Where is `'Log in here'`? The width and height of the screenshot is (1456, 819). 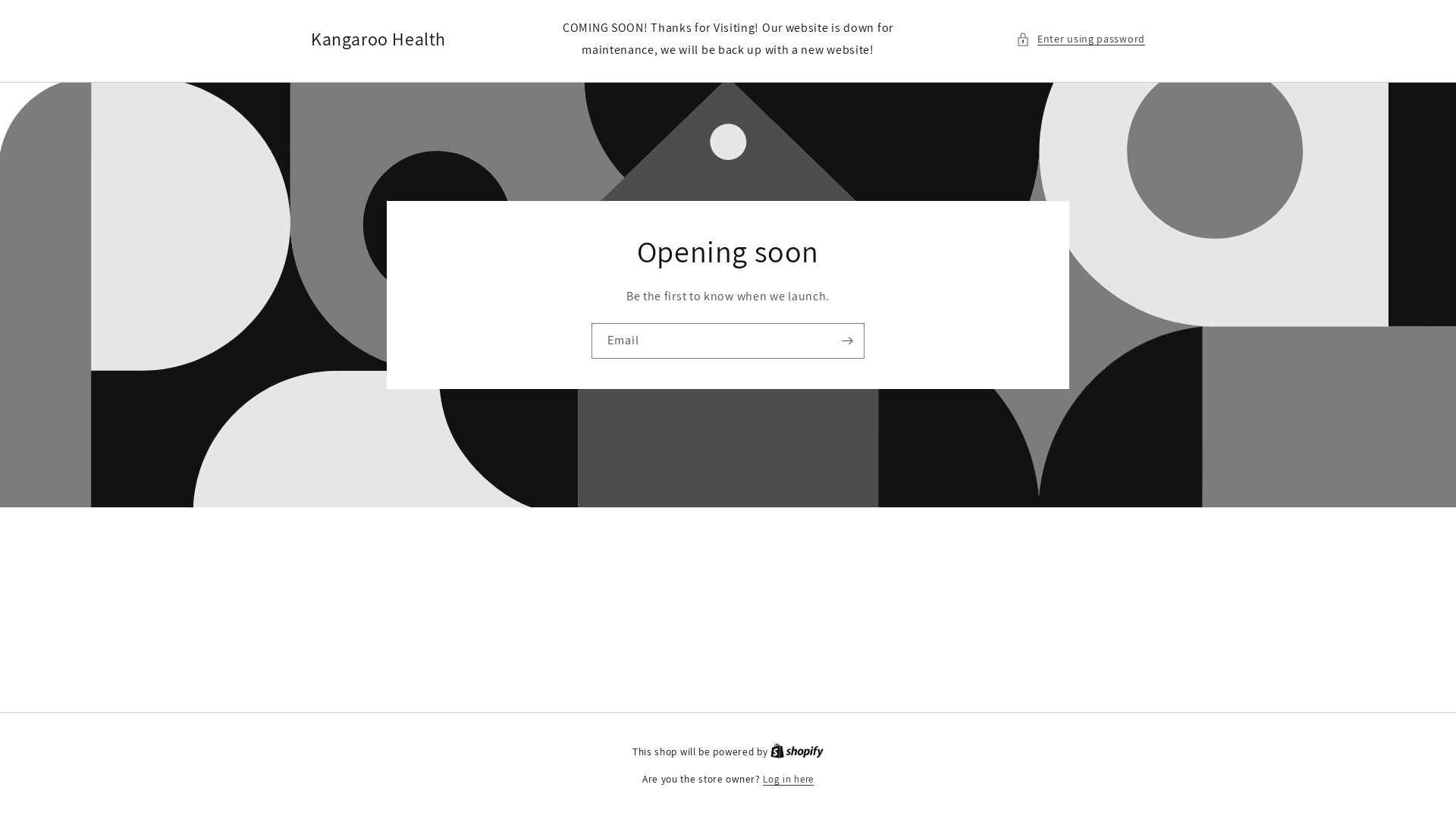 'Log in here' is located at coordinates (788, 780).